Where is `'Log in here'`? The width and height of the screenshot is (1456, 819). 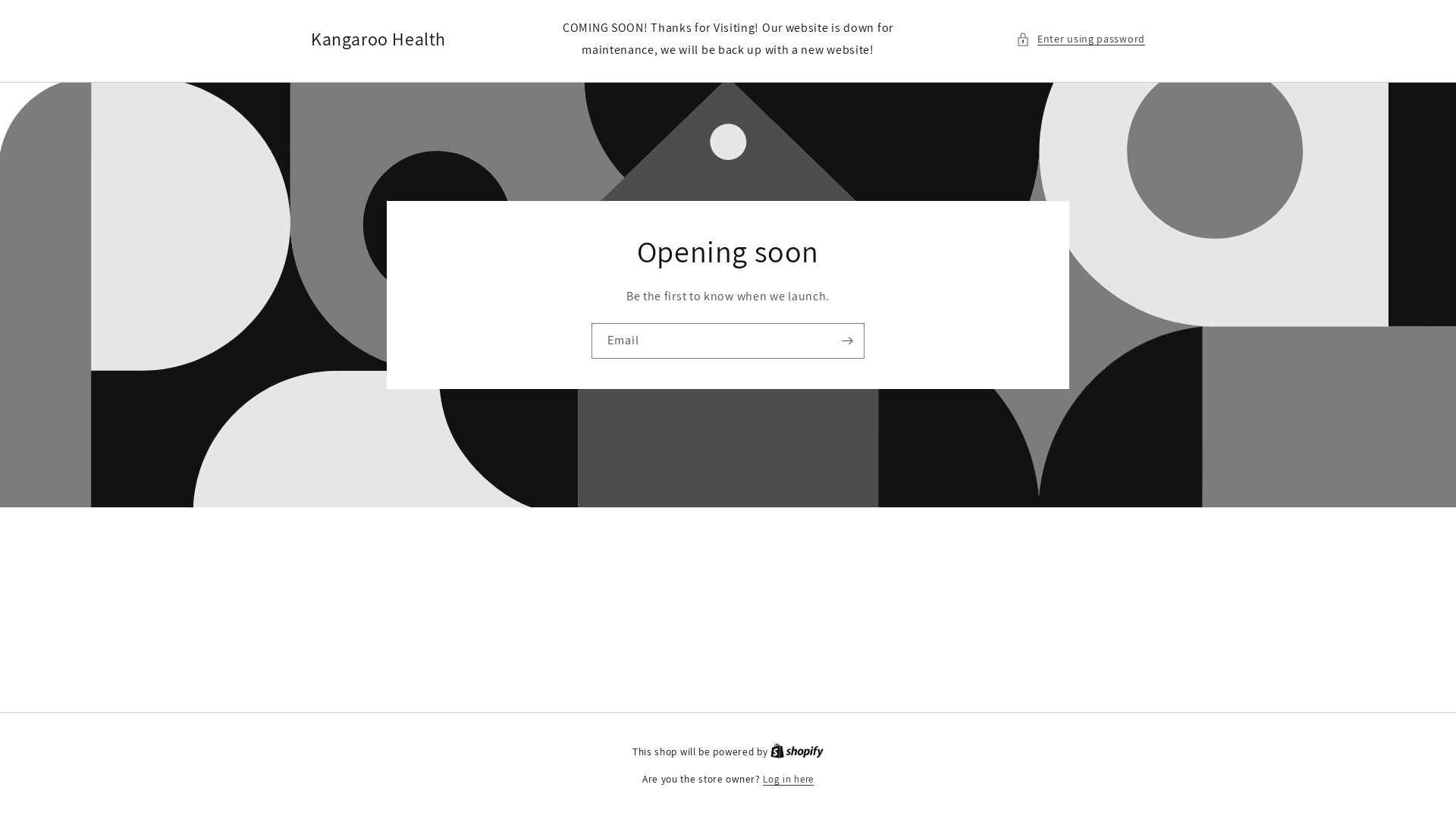 'Log in here' is located at coordinates (788, 780).